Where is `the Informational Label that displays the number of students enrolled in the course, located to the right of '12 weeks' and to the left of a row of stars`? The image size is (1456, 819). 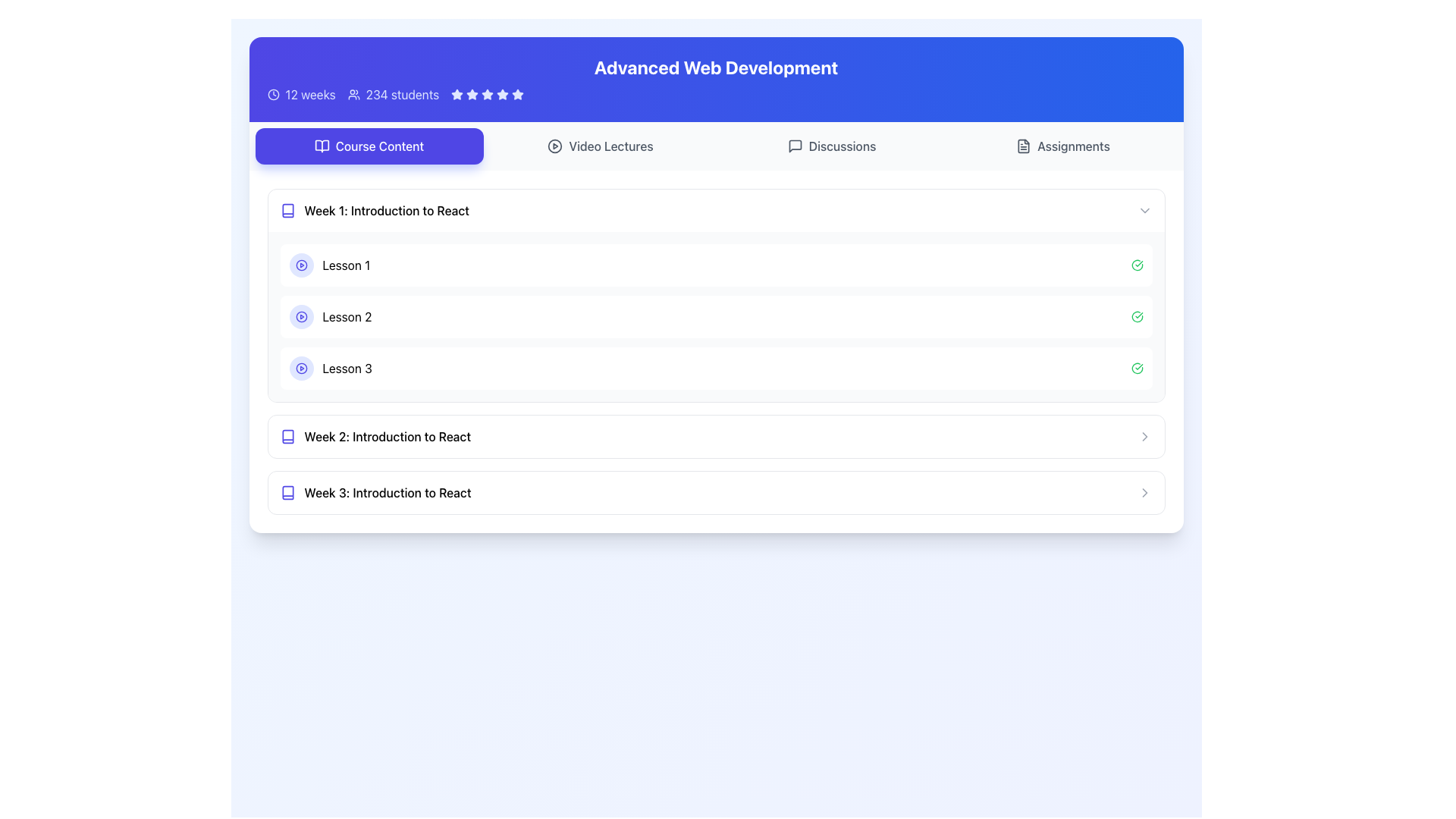 the Informational Label that displays the number of students enrolled in the course, located to the right of '12 weeks' and to the left of a row of stars is located at coordinates (393, 94).